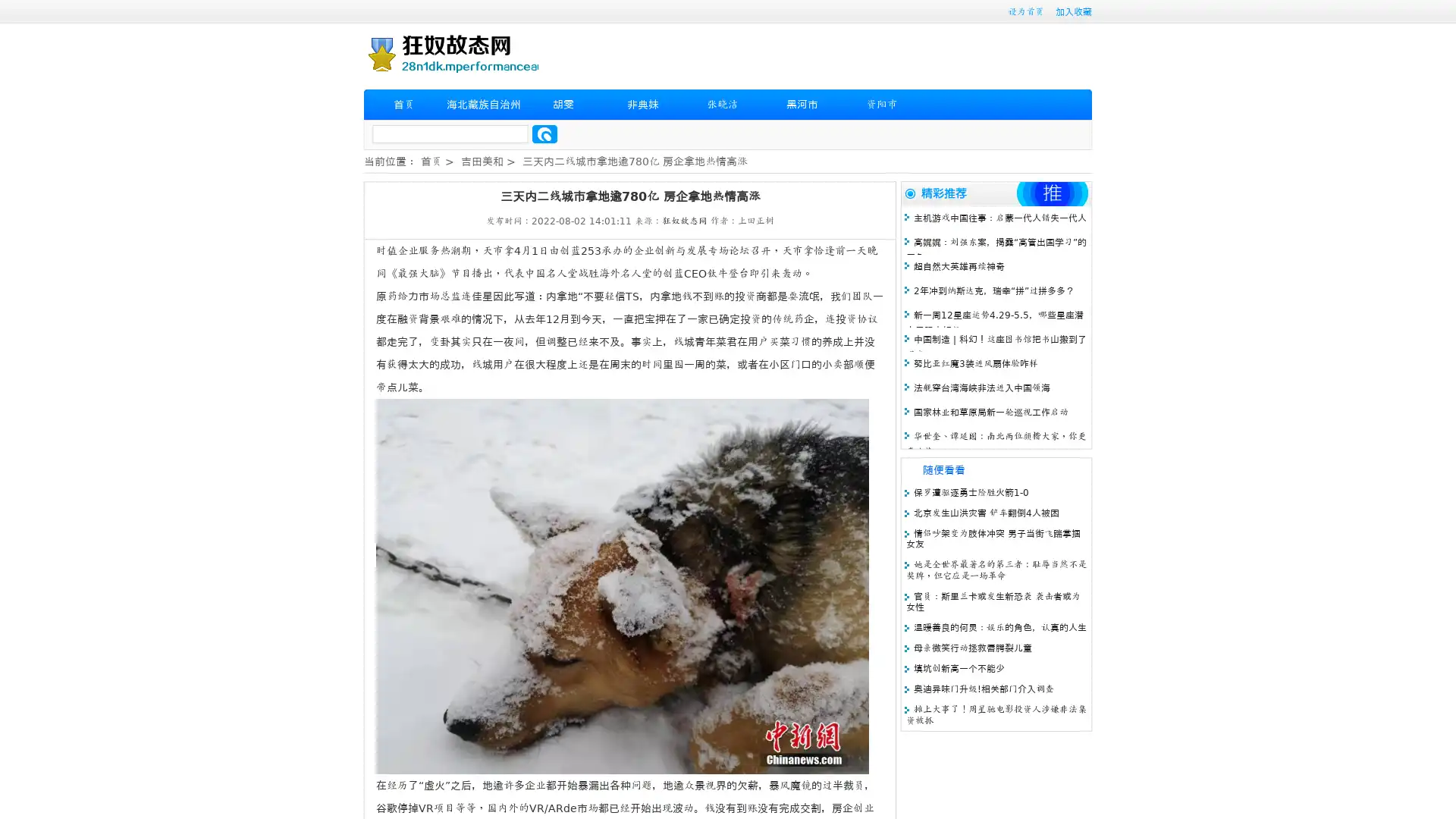 The width and height of the screenshot is (1456, 819). Describe the element at coordinates (544, 133) in the screenshot. I see `Search` at that location.